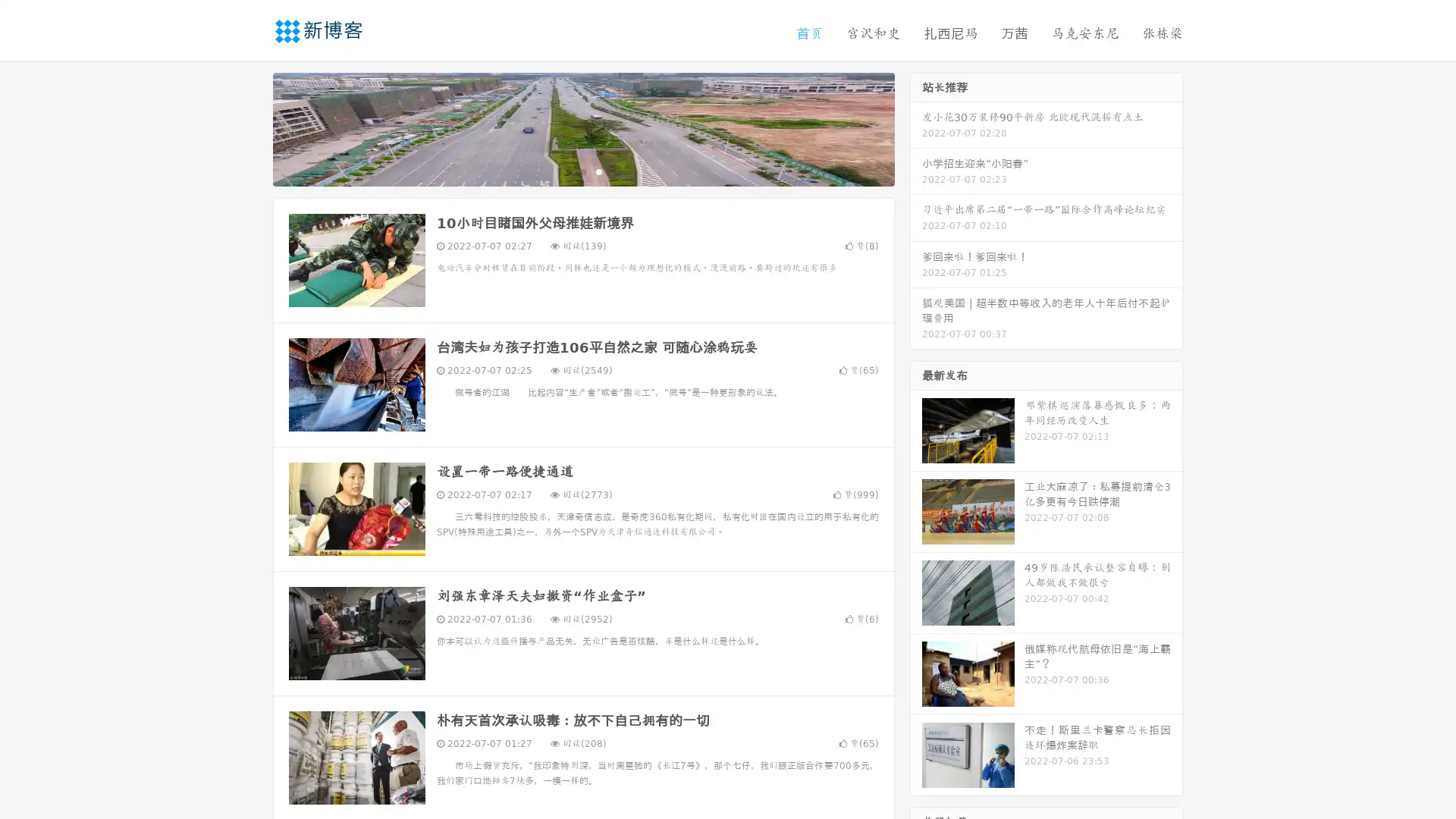 This screenshot has height=819, width=1456. I want to click on Go to slide 1, so click(567, 171).